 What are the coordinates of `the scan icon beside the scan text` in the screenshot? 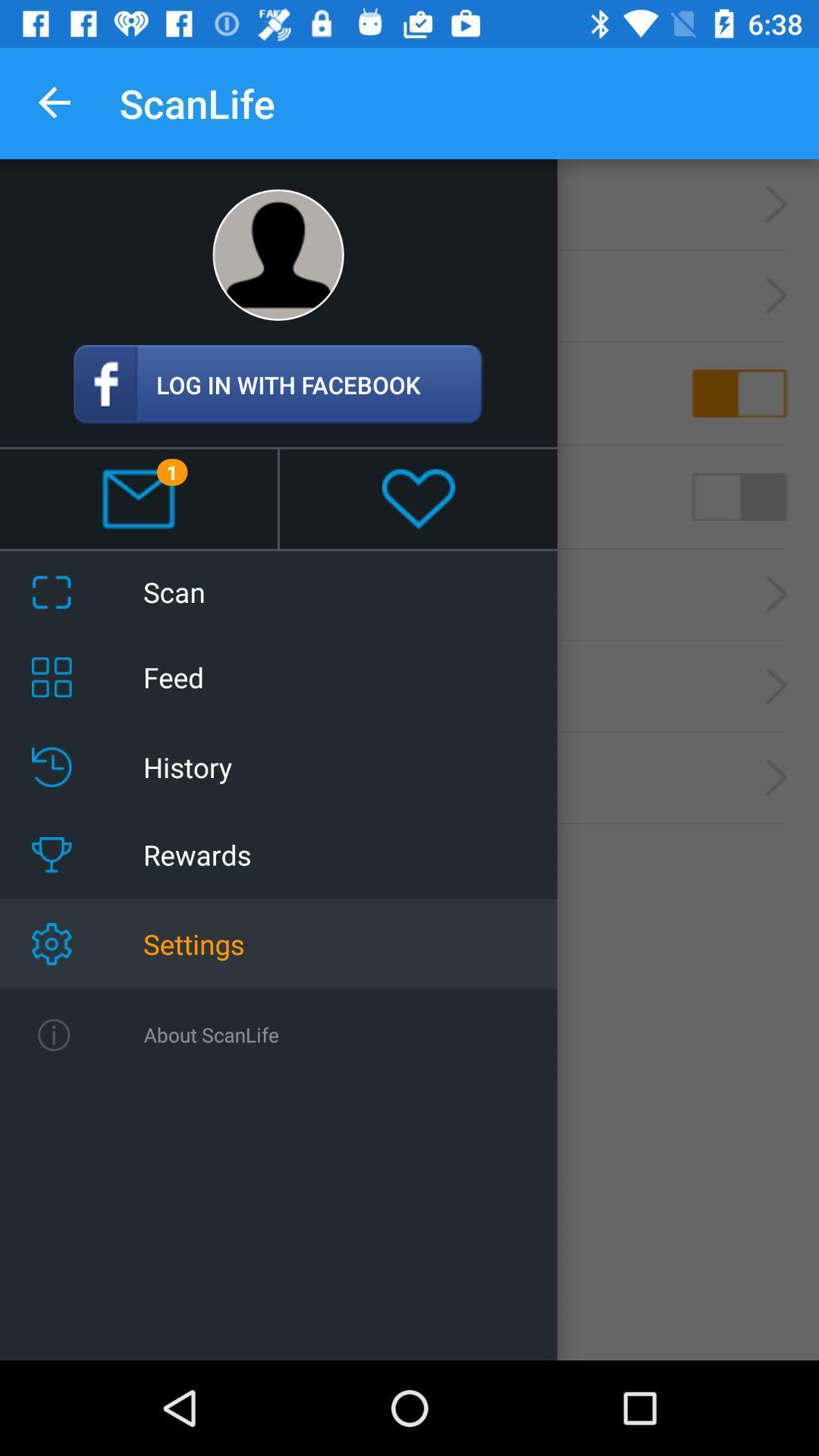 It's located at (51, 591).